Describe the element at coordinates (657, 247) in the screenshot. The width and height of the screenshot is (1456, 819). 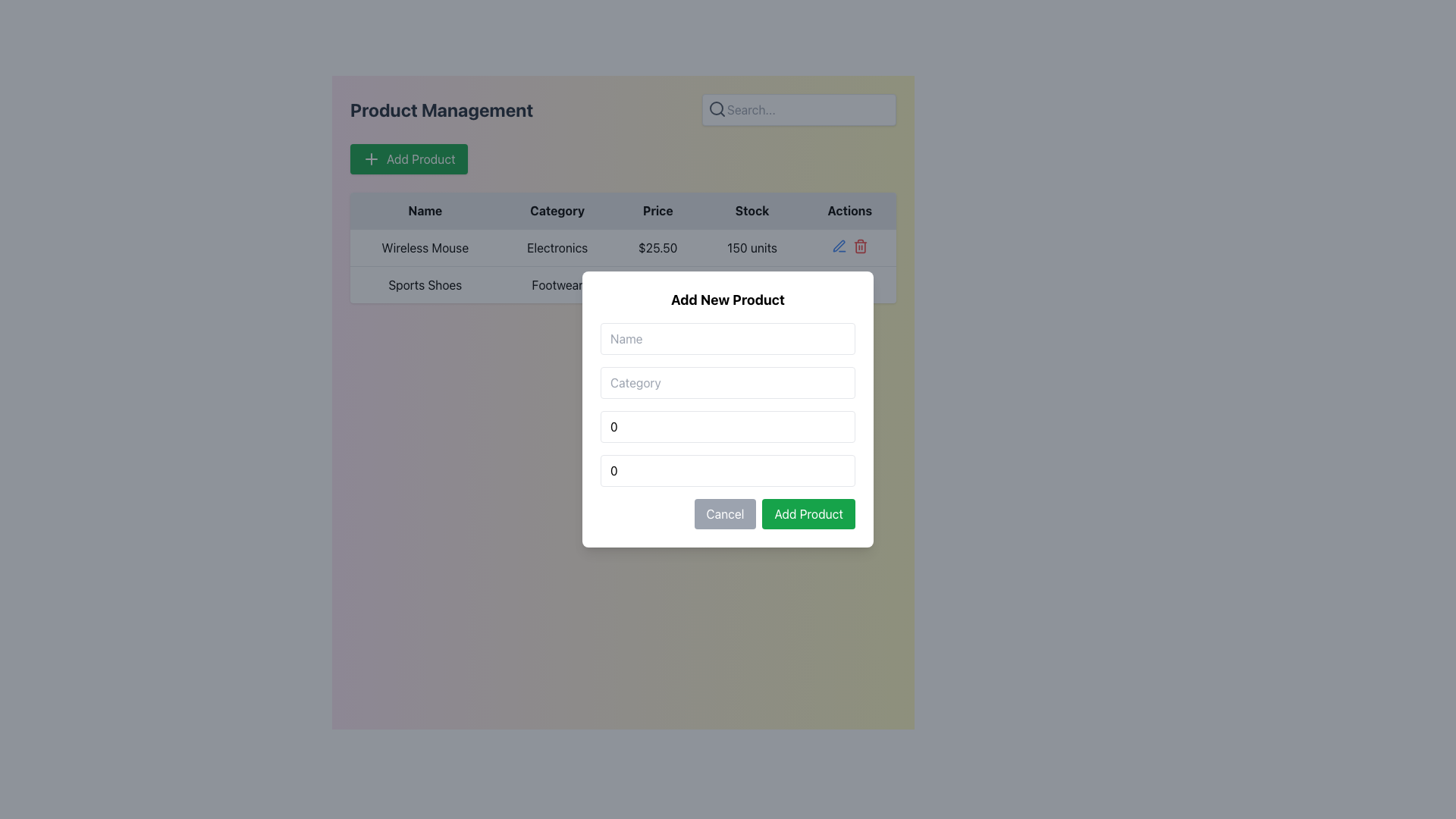
I see `the Text Label displaying the price '$25.50' located in the 'Price' column of the 'Wireless Mouse' row in the product table` at that location.